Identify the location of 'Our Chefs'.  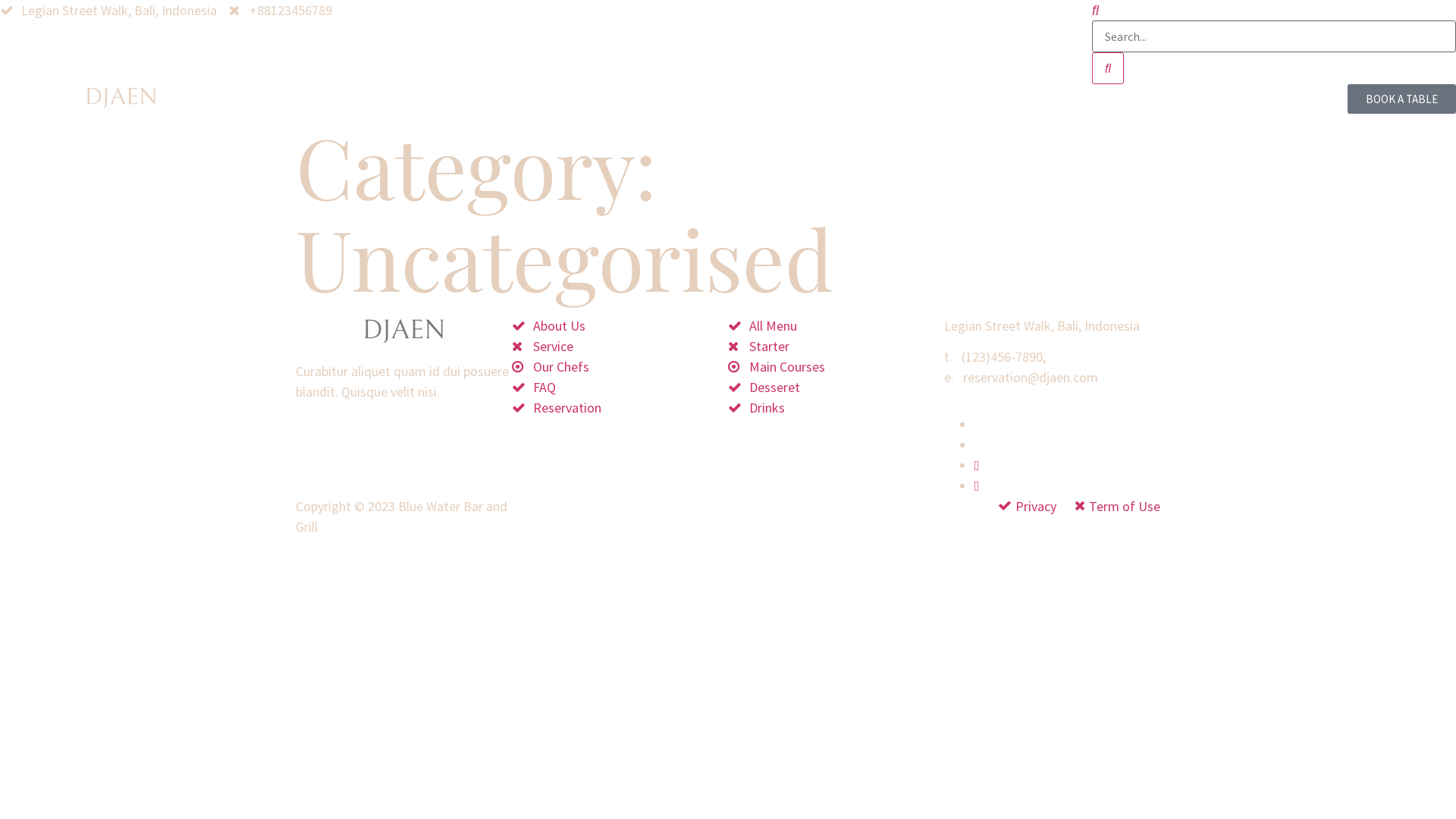
(620, 366).